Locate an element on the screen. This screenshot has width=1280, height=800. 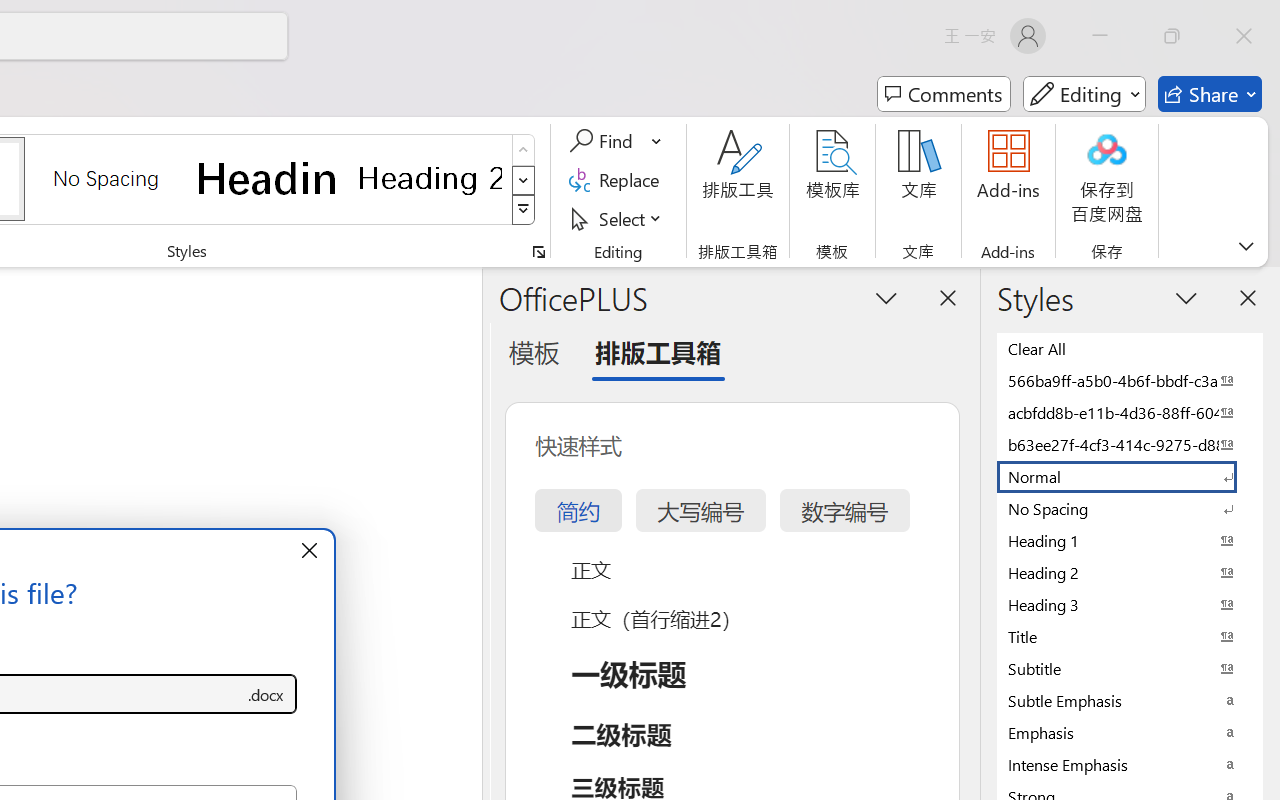
'Styles...' is located at coordinates (538, 251).